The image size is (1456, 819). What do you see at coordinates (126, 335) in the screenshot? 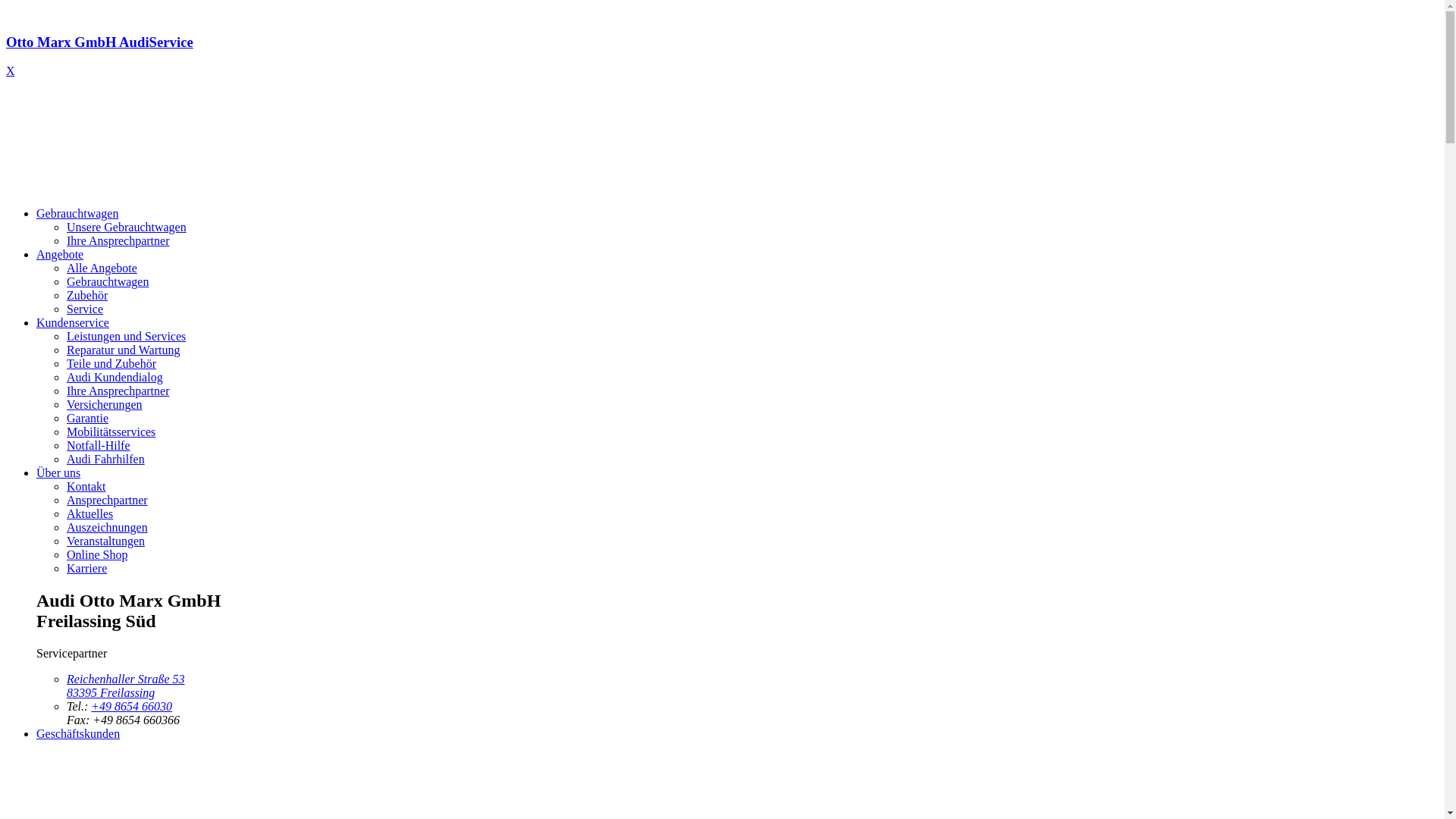
I see `'Leistungen und Services'` at bounding box center [126, 335].